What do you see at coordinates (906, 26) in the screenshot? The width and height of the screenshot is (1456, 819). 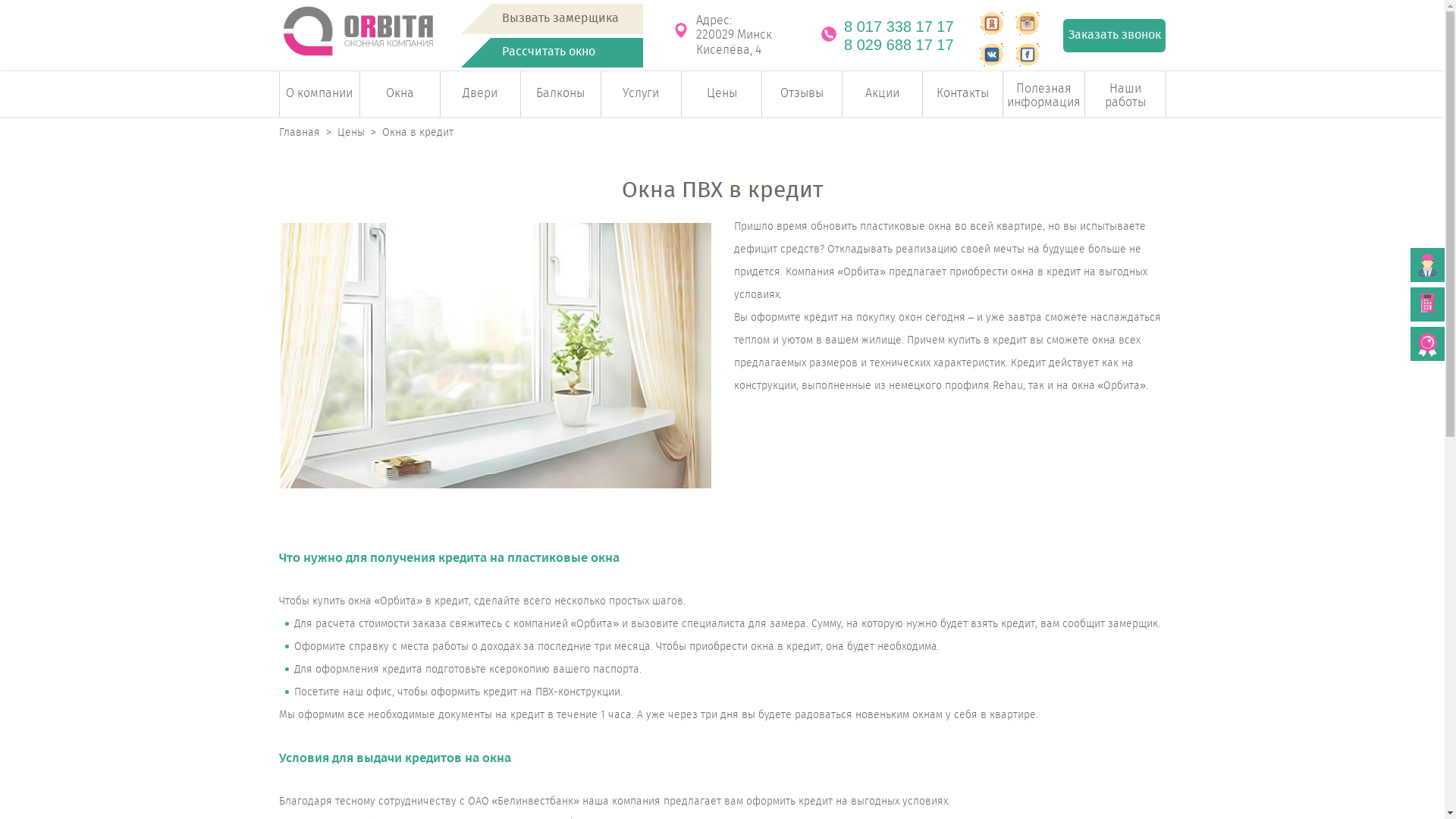 I see `'8 017 338 17 17'` at bounding box center [906, 26].